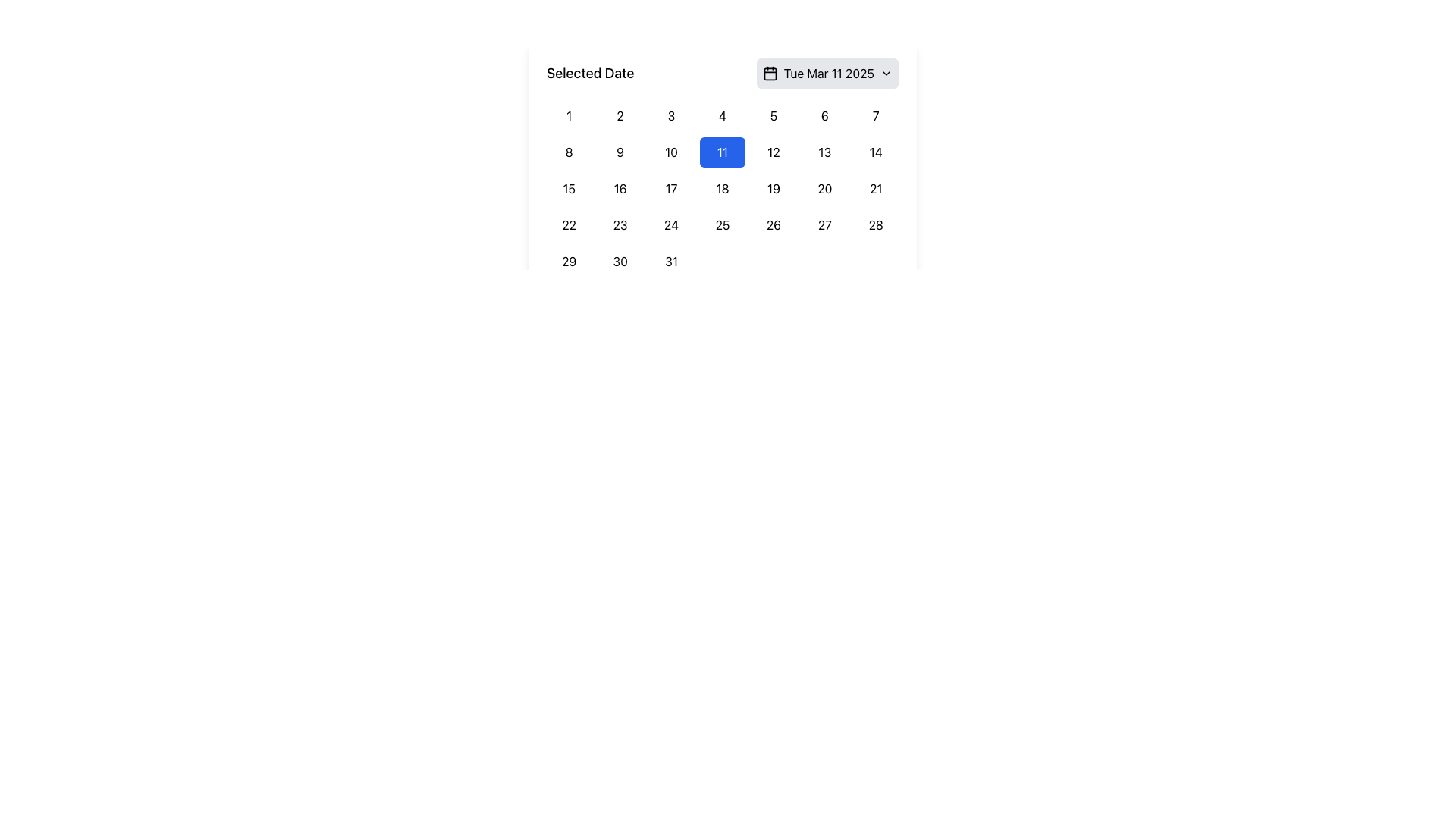  I want to click on the Day cell representing the 8th day in the calendar interface, located in the second row and first column of the grid layout, so click(568, 152).